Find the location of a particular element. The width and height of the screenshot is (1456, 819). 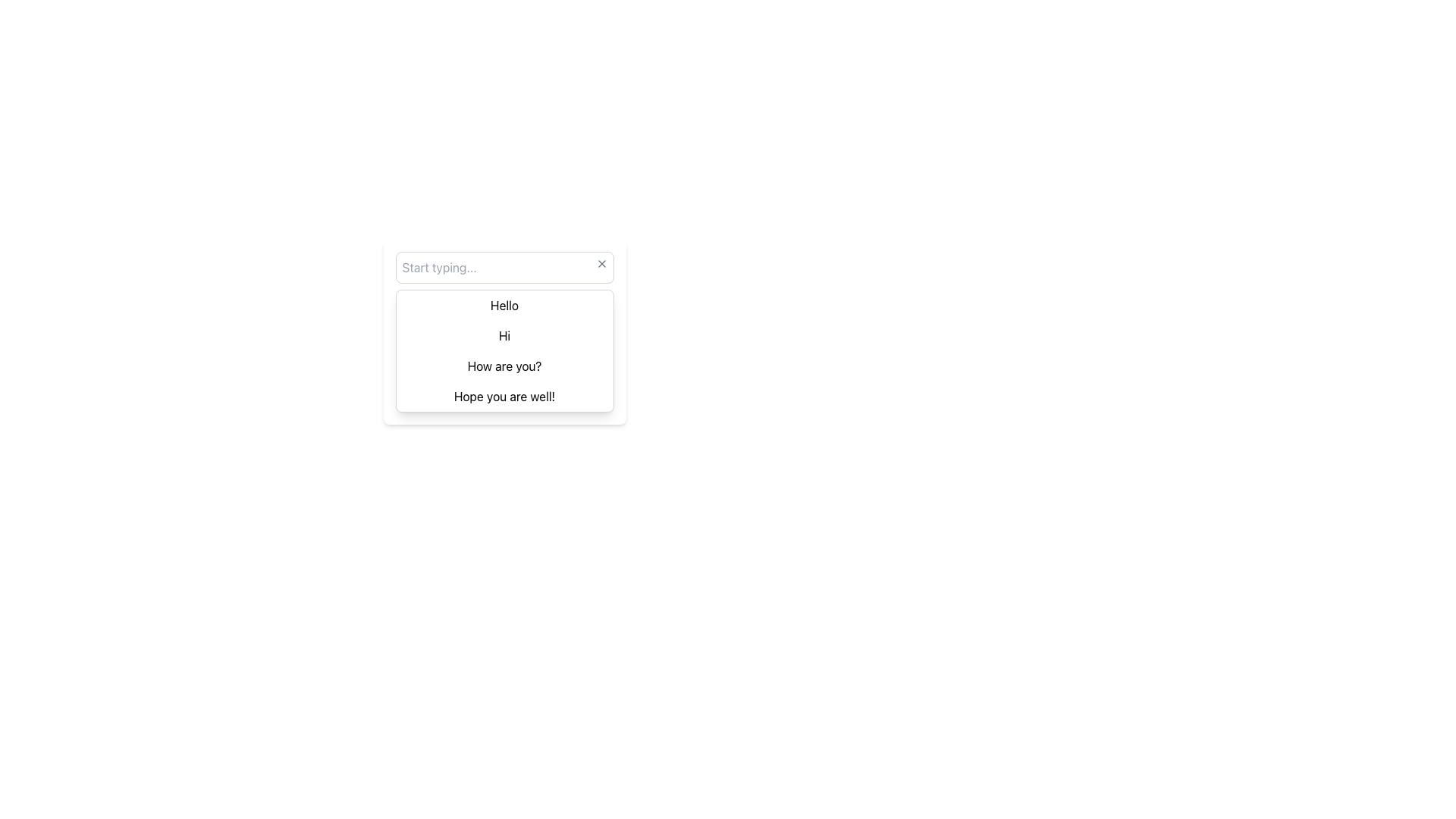

the third item in the dropdown menu is located at coordinates (504, 366).